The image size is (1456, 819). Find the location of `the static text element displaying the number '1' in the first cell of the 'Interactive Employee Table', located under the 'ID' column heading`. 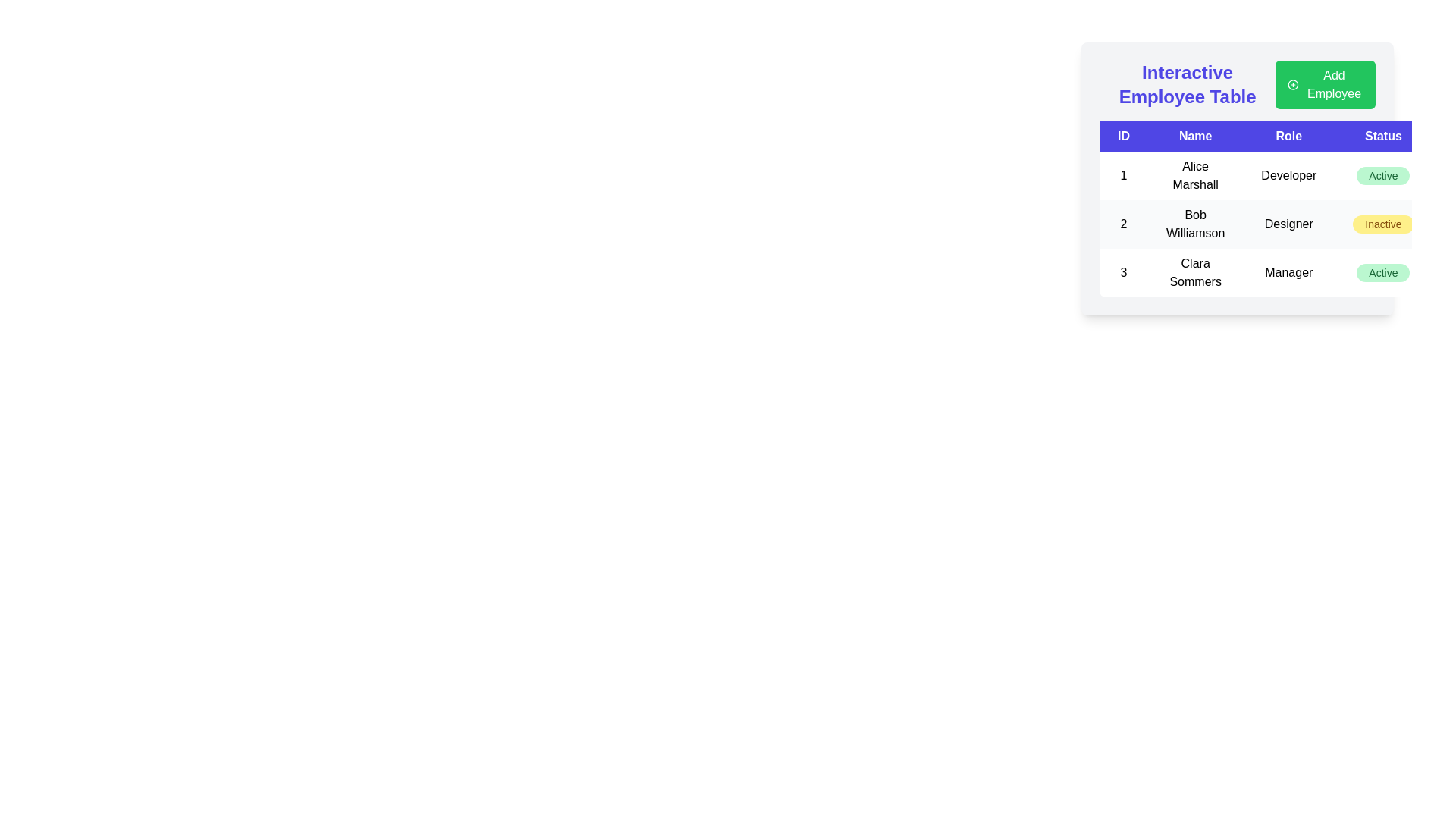

the static text element displaying the number '1' in the first cell of the 'Interactive Employee Table', located under the 'ID' column heading is located at coordinates (1124, 174).